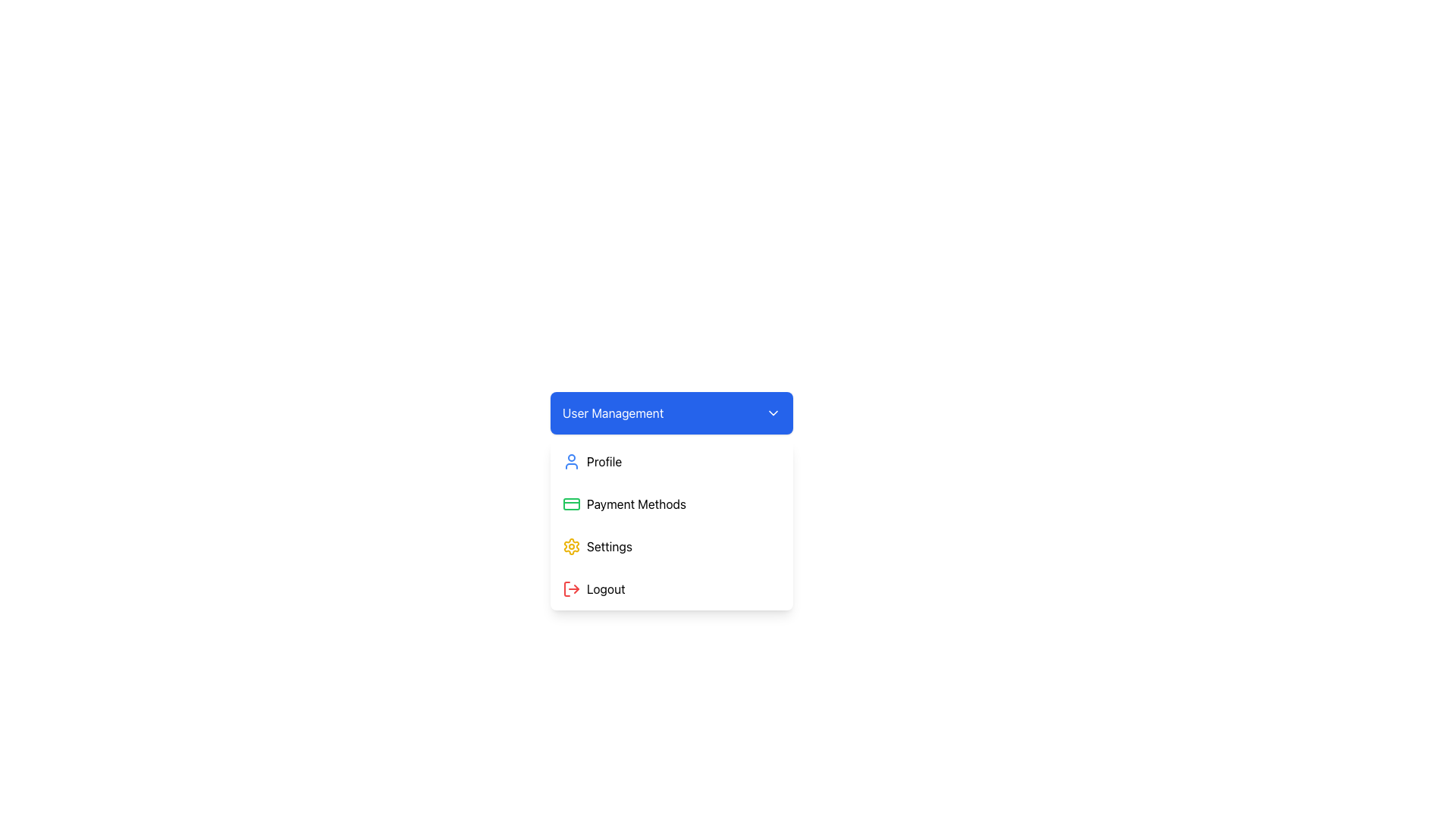 Image resolution: width=1456 pixels, height=819 pixels. What do you see at coordinates (570, 504) in the screenshot?
I see `the credit card icon with green outlines located near the left of the 'Payment Methods' text in the dropdown menu under the 'User Management' section` at bounding box center [570, 504].